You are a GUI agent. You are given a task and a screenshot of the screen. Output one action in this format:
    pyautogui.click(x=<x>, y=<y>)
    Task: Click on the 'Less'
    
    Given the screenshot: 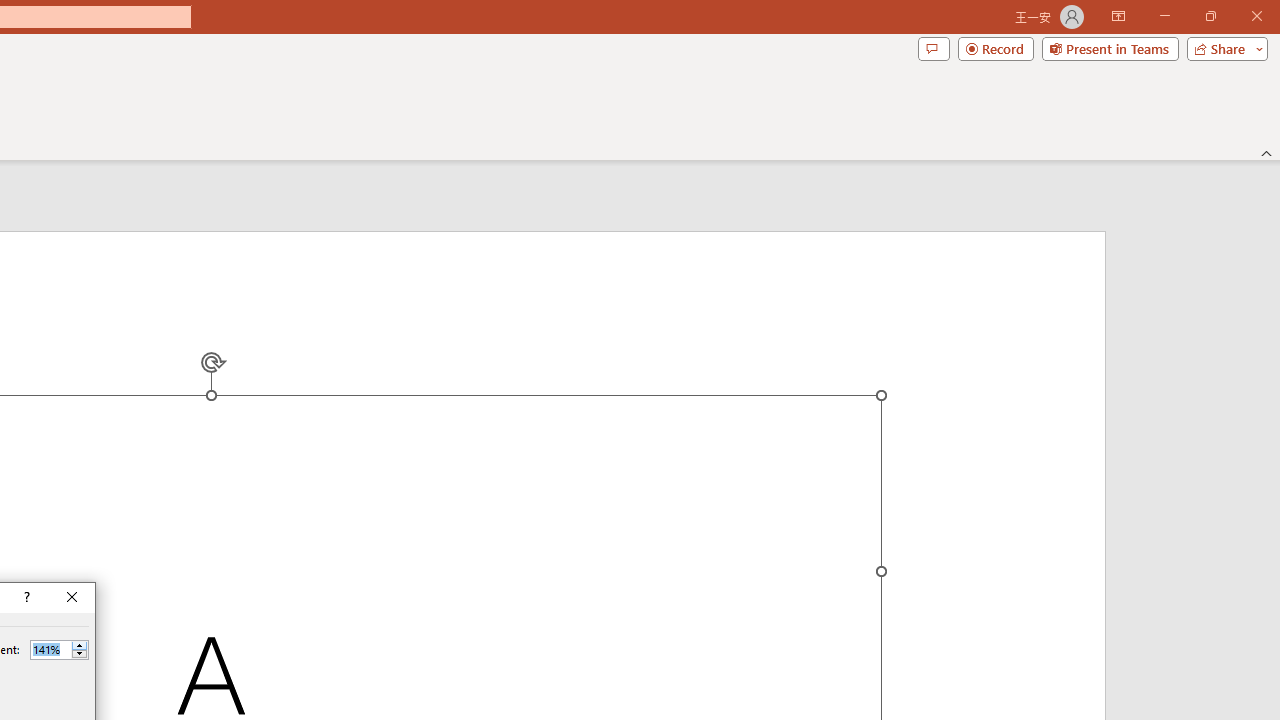 What is the action you would take?
    pyautogui.click(x=79, y=654)
    